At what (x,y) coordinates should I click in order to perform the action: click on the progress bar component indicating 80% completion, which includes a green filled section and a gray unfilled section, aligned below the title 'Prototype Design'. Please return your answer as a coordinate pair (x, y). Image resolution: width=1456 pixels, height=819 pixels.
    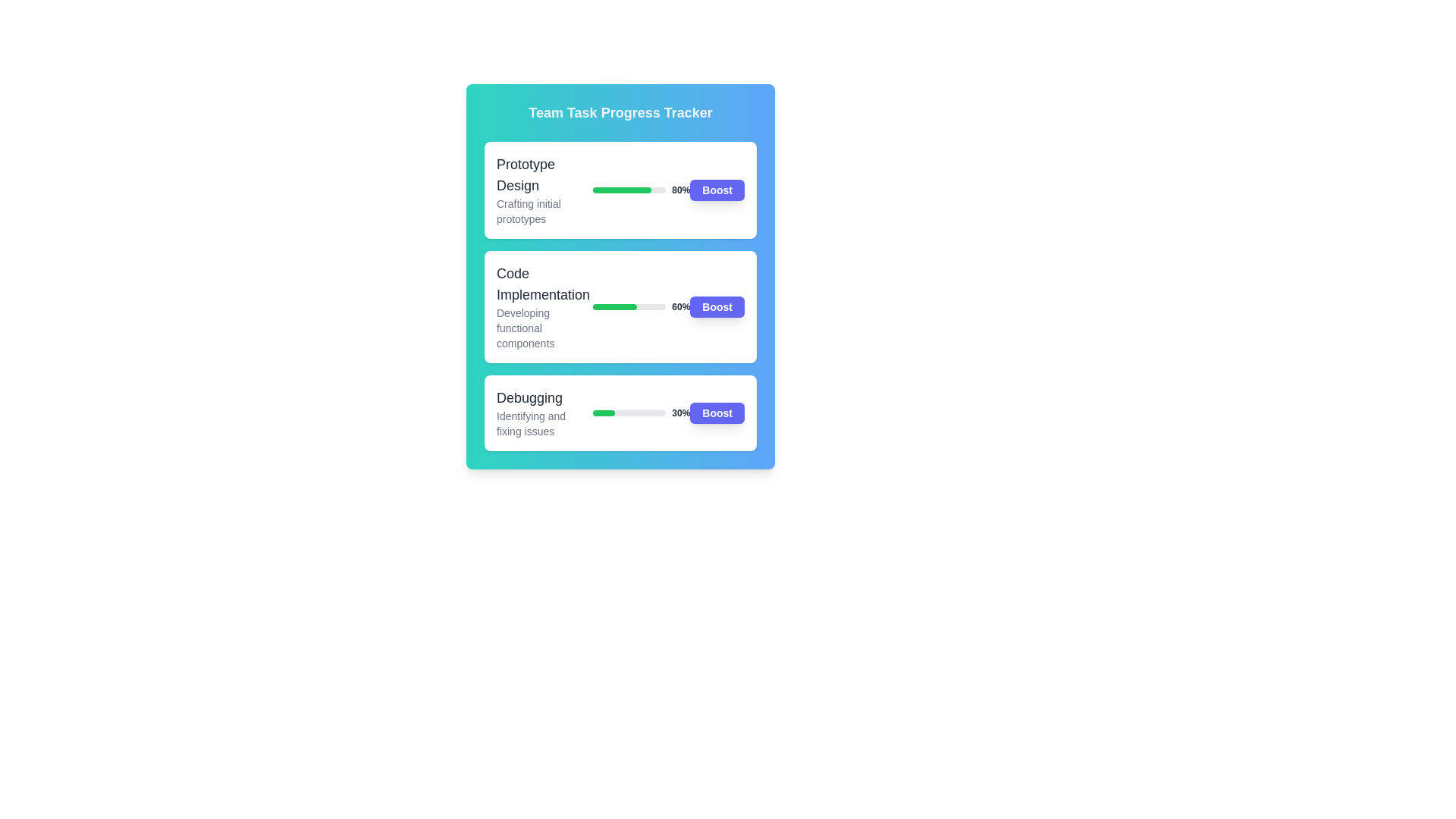
    Looking at the image, I should click on (642, 189).